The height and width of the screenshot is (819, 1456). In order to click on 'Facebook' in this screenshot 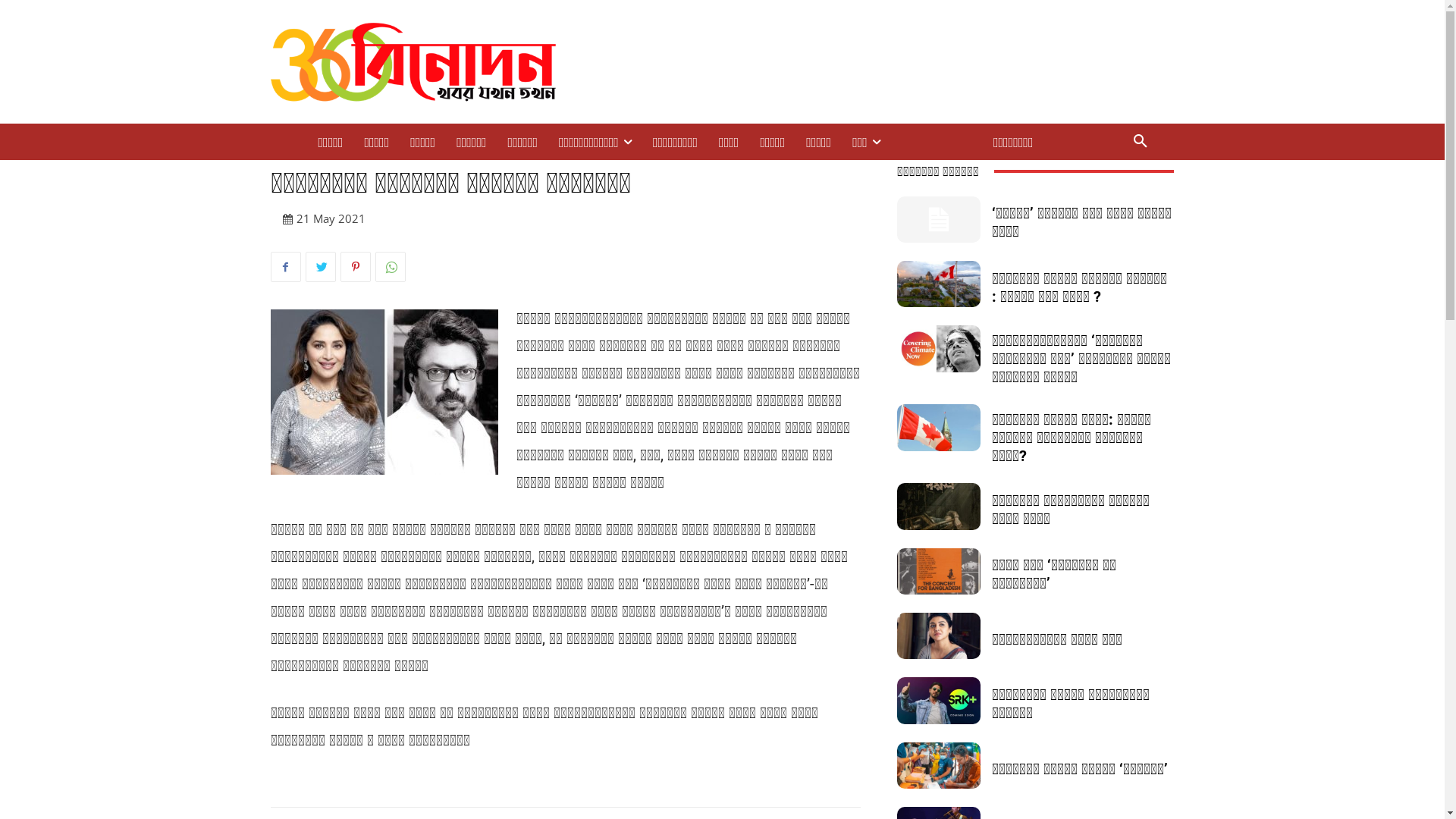, I will do `click(284, 265)`.